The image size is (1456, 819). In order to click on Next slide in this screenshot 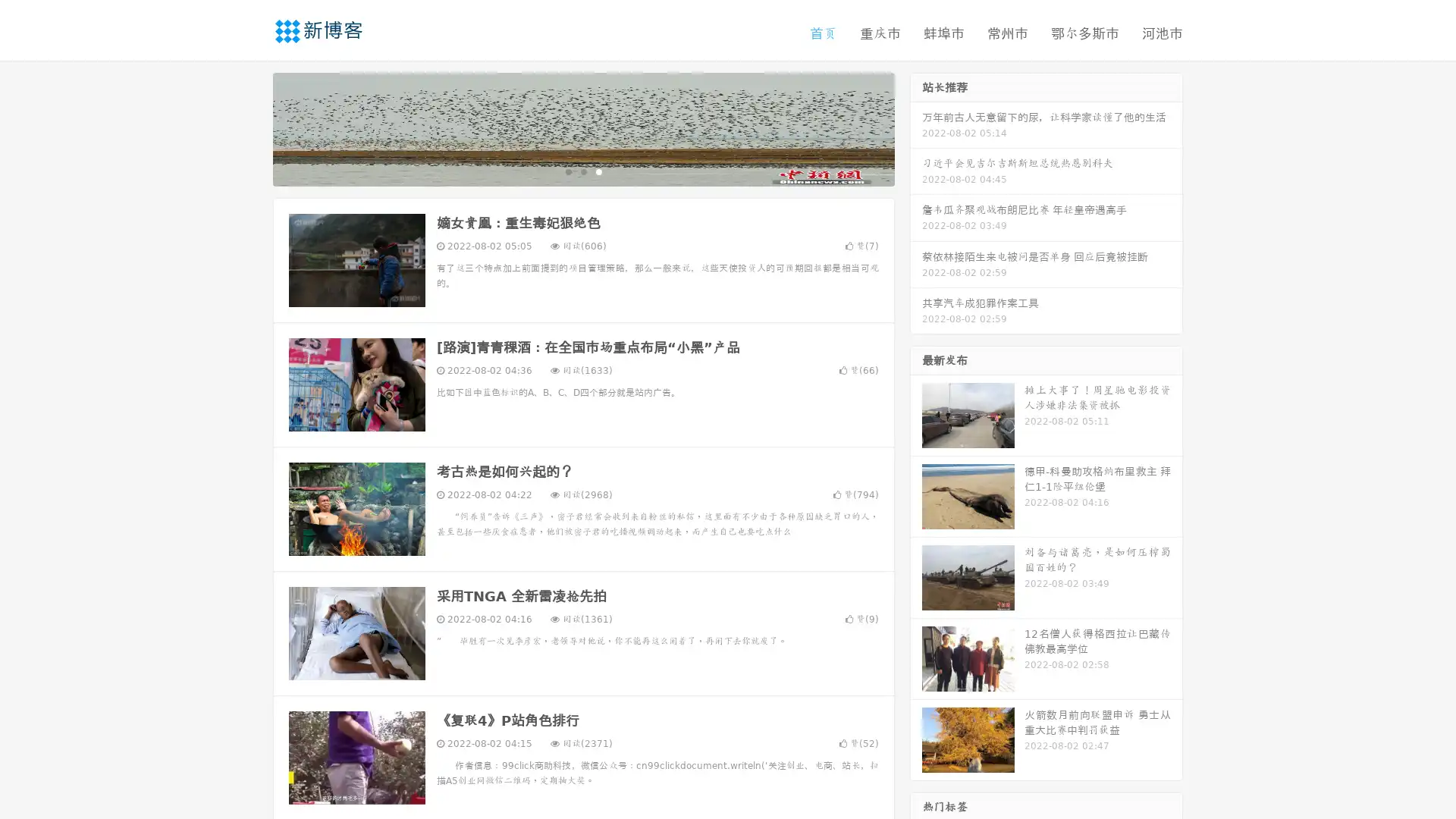, I will do `click(916, 127)`.